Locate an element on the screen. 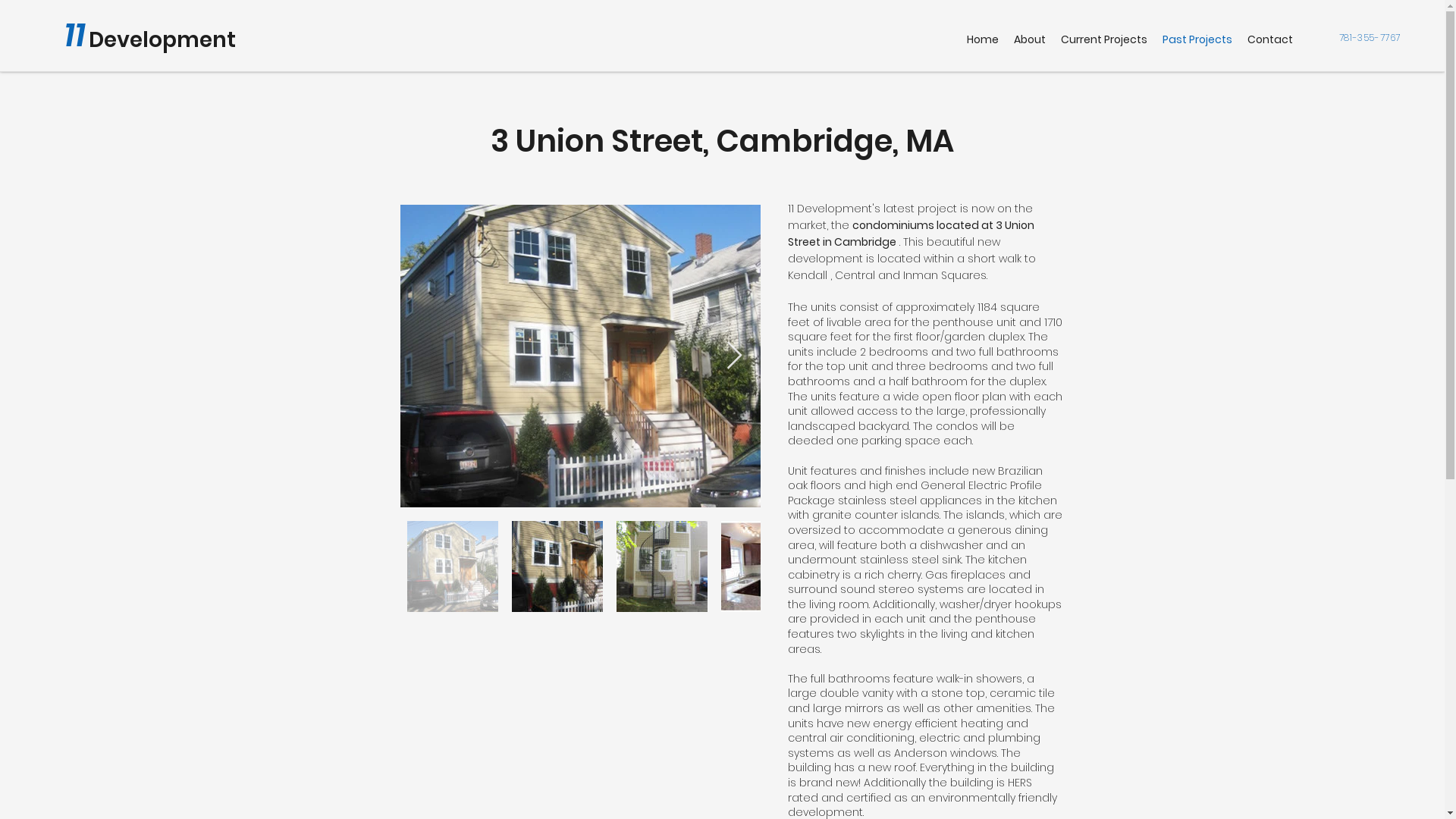  'Home' is located at coordinates (983, 39).